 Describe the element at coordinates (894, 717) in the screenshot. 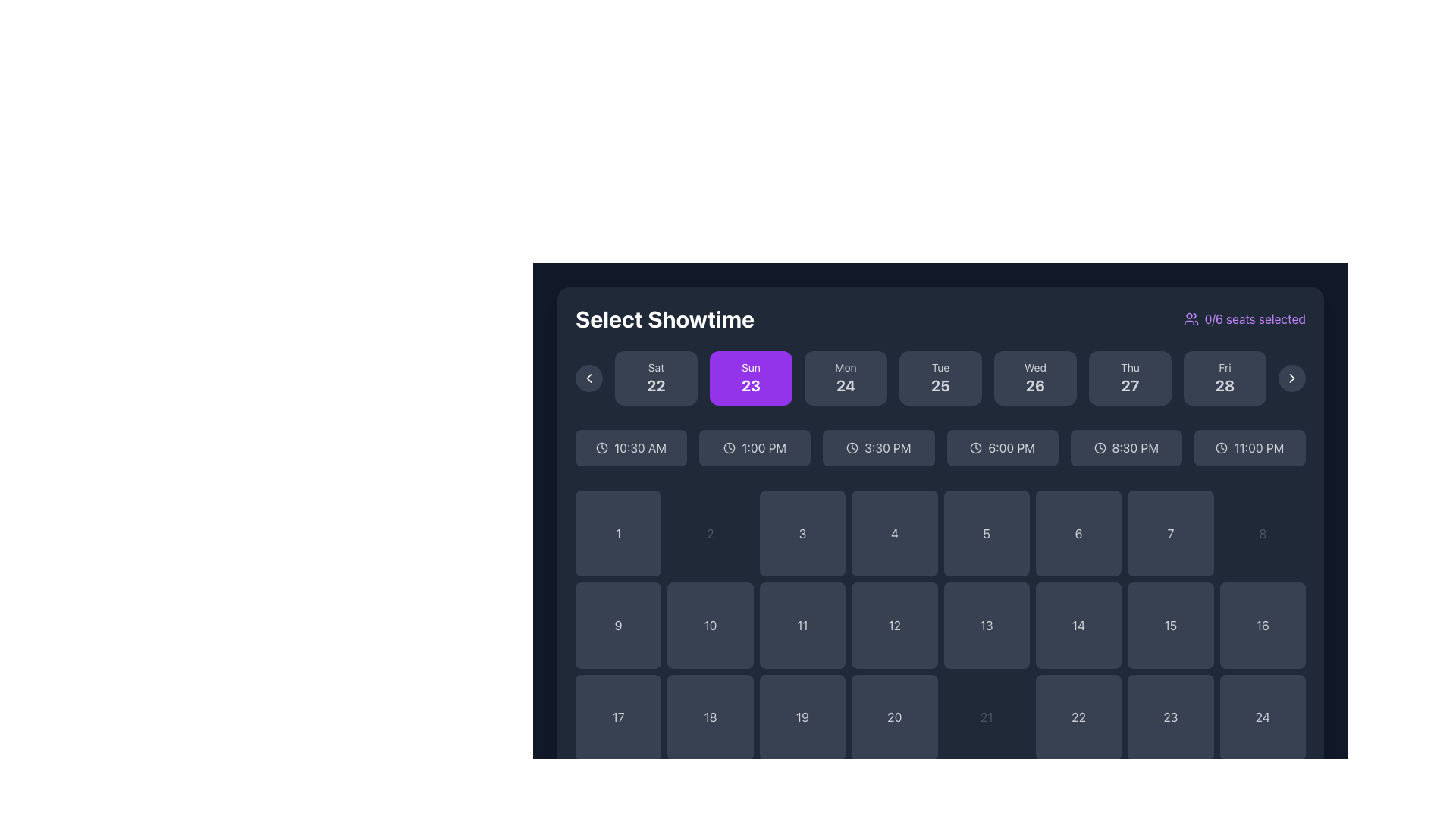

I see `the button labeled '20' located in the third row and fourth column of the grid` at that location.